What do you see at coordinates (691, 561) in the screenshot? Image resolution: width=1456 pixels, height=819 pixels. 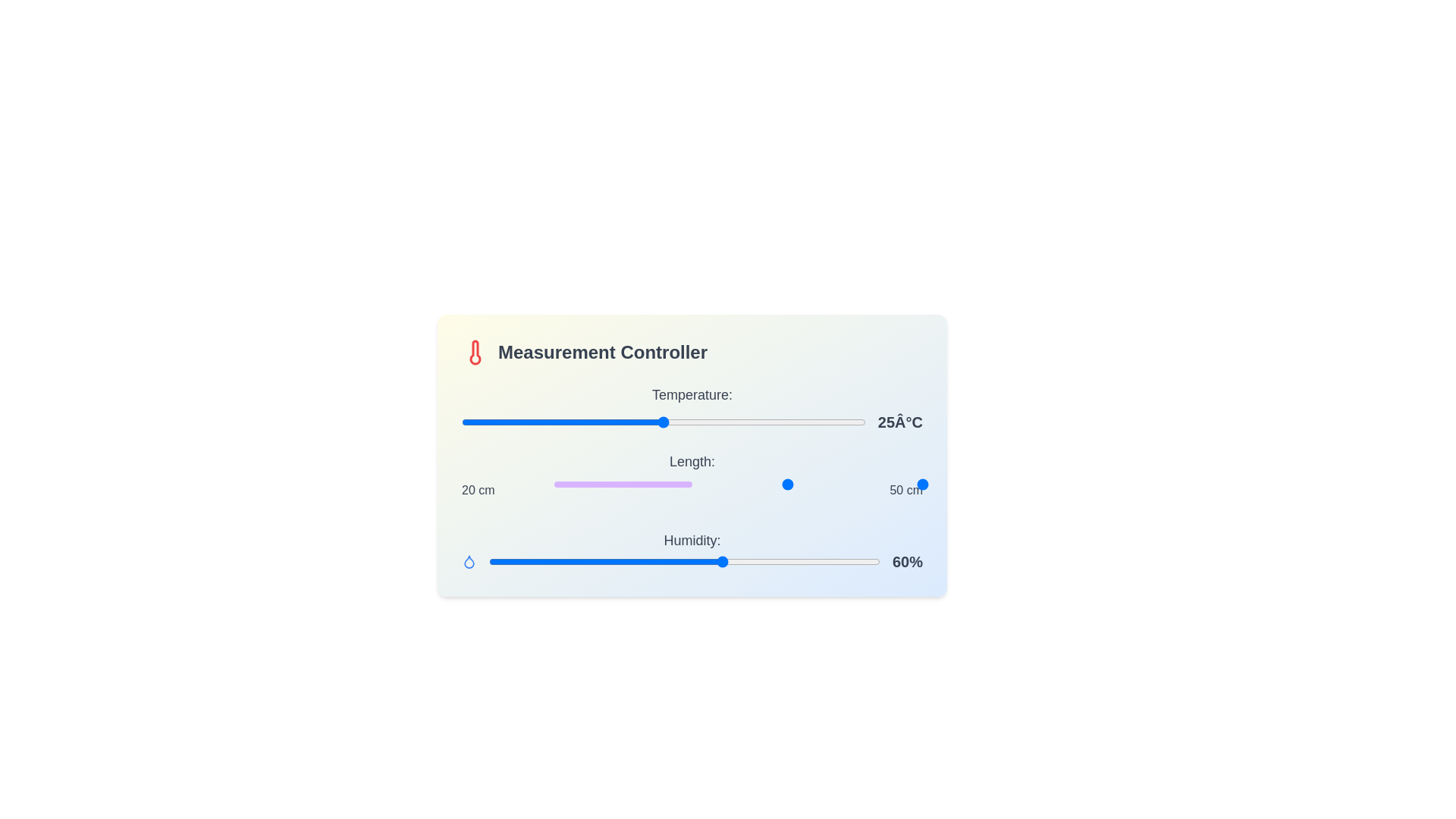 I see `the horizontal blue progress bar slider indicating 60% value in the 'Humidity' section` at bounding box center [691, 561].